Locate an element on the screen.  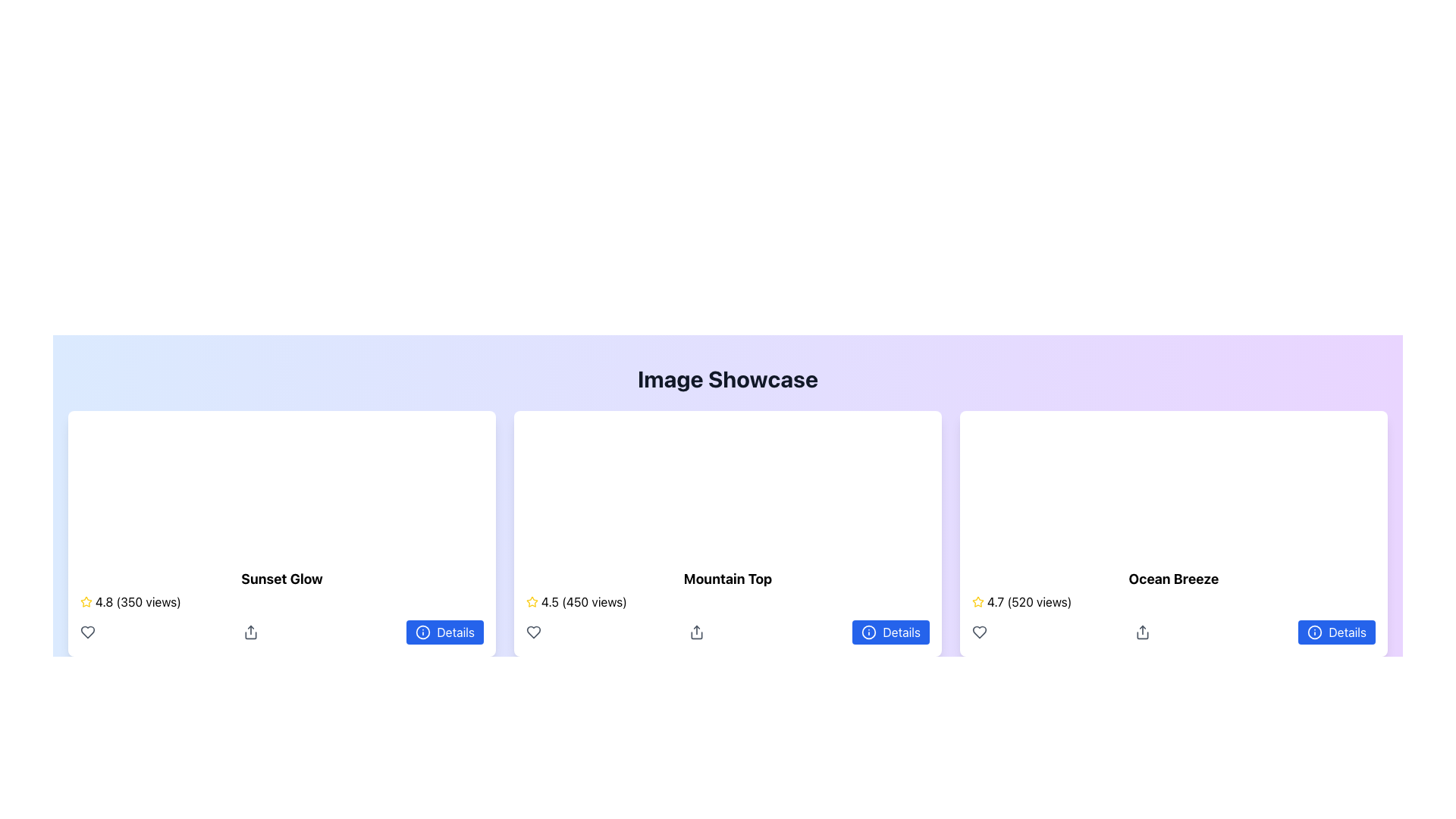
the heart icon located in the third image card labeled 'Ocean Breeze', positioned below the rating text and above the social sharing icon is located at coordinates (979, 632).